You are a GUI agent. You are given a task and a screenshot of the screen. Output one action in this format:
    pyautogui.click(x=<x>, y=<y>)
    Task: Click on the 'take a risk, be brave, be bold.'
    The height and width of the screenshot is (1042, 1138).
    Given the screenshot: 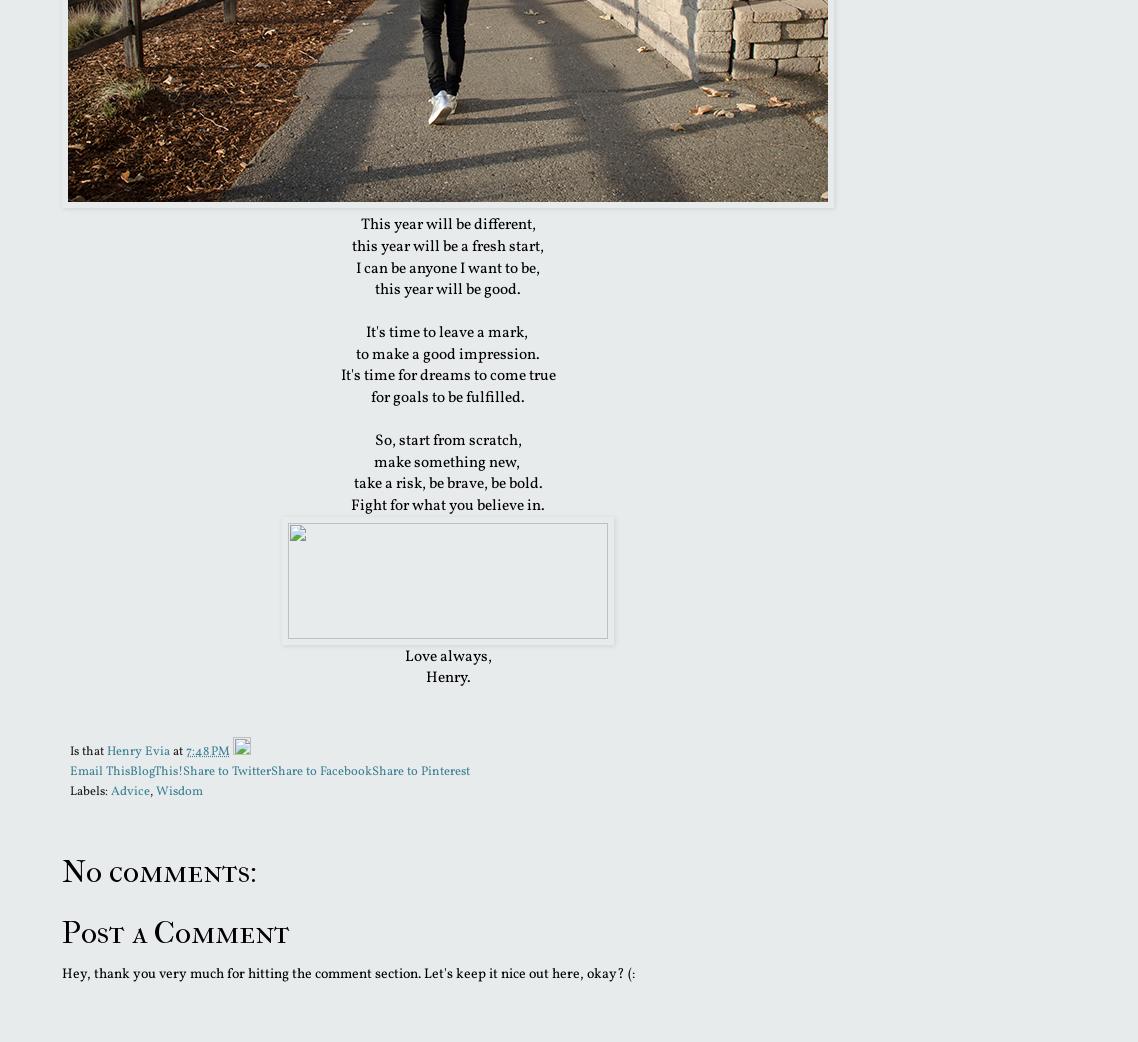 What is the action you would take?
    pyautogui.click(x=353, y=484)
    